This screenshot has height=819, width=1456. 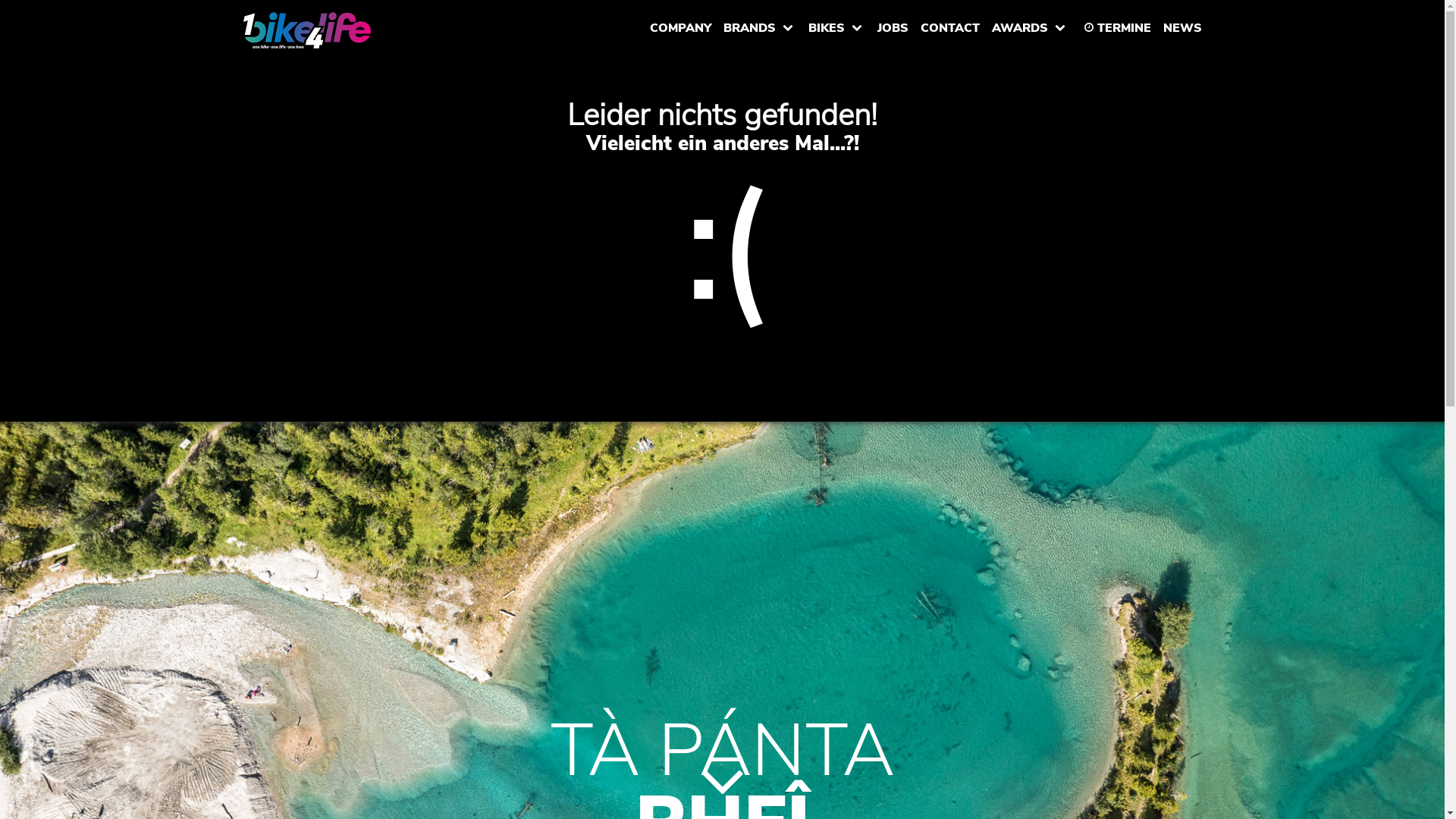 What do you see at coordinates (949, 27) in the screenshot?
I see `'CONTACT'` at bounding box center [949, 27].